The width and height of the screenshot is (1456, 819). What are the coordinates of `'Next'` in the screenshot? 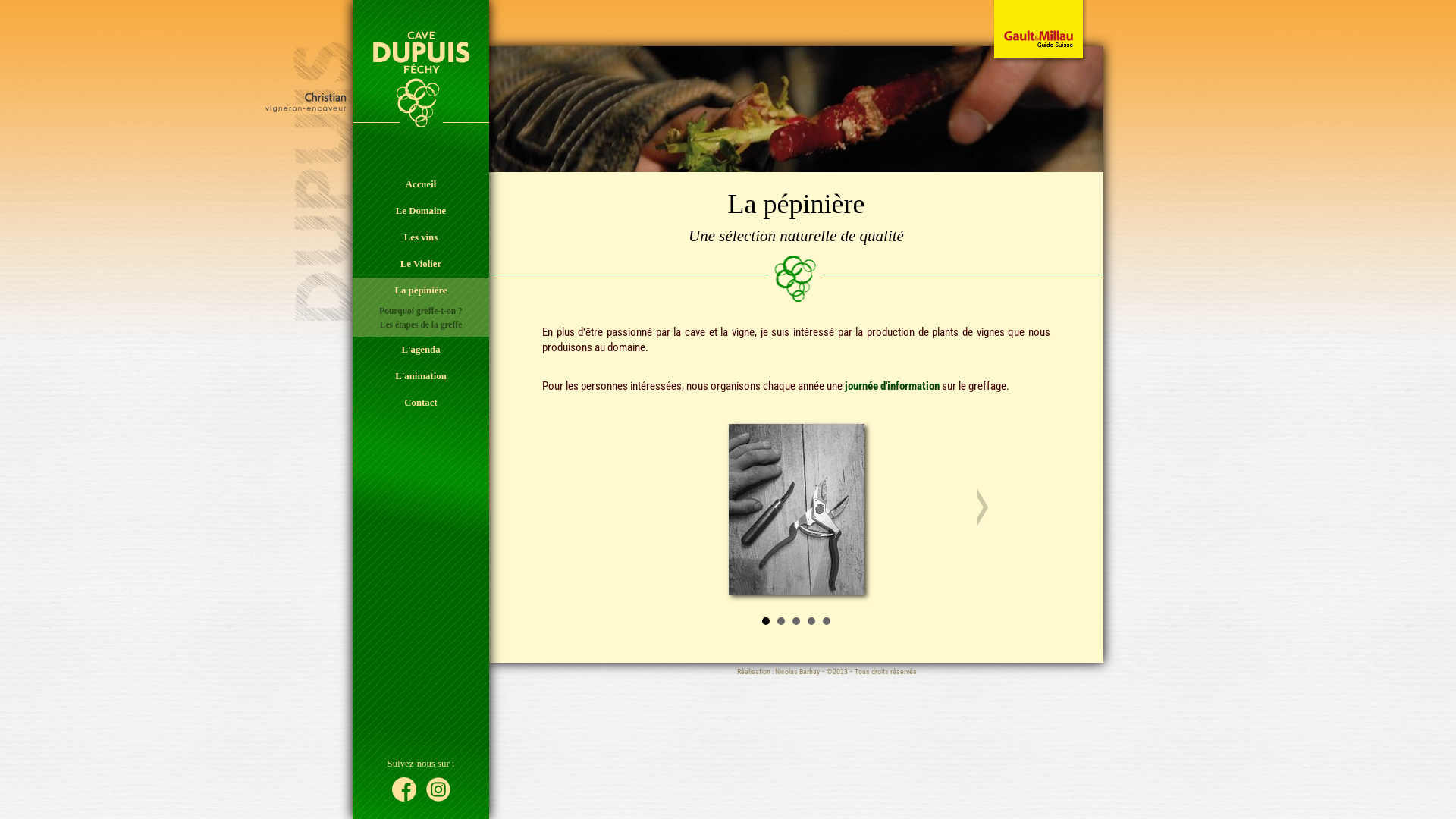 It's located at (975, 507).